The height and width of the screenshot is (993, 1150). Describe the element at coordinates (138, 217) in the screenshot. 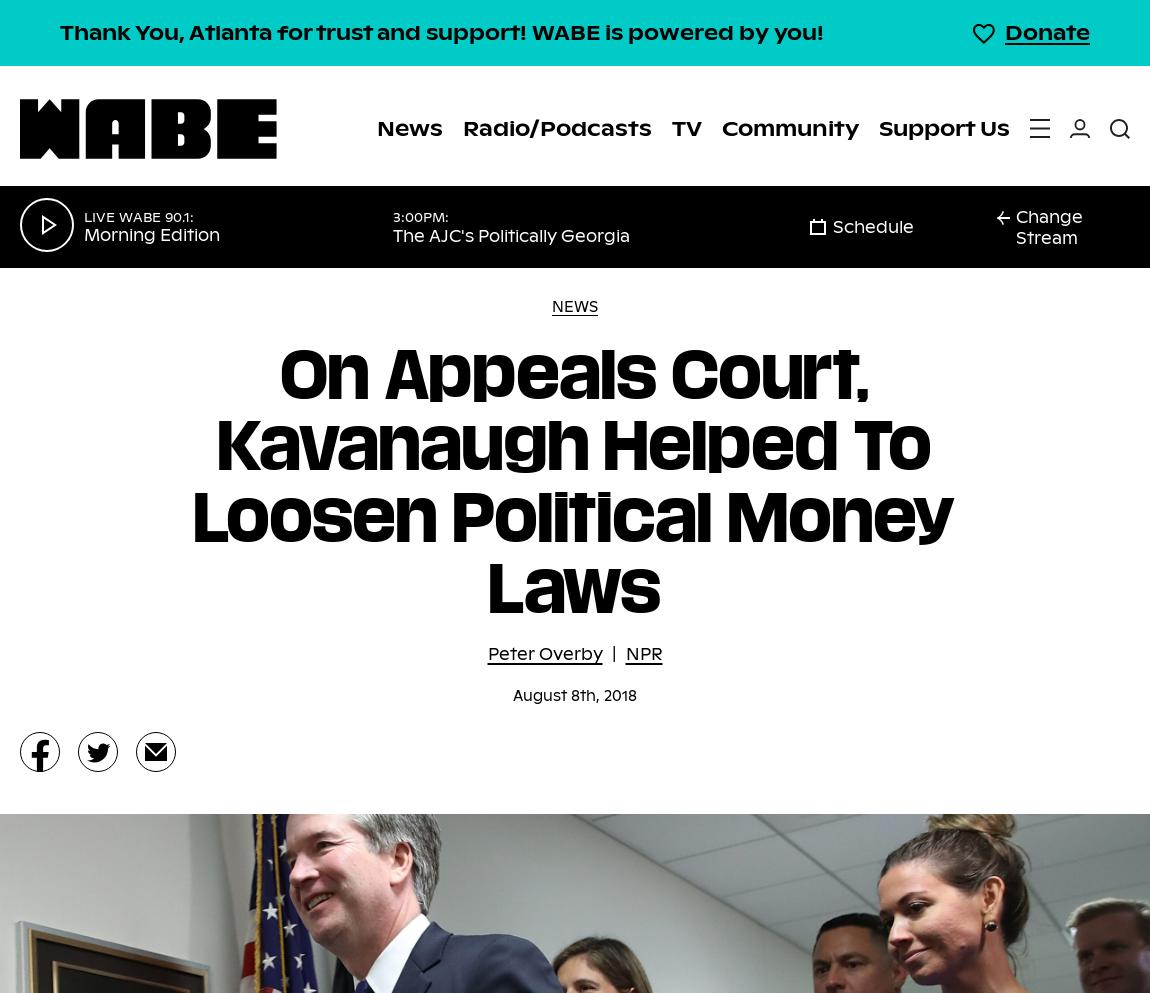

I see `'Live WABE 90.1:'` at that location.